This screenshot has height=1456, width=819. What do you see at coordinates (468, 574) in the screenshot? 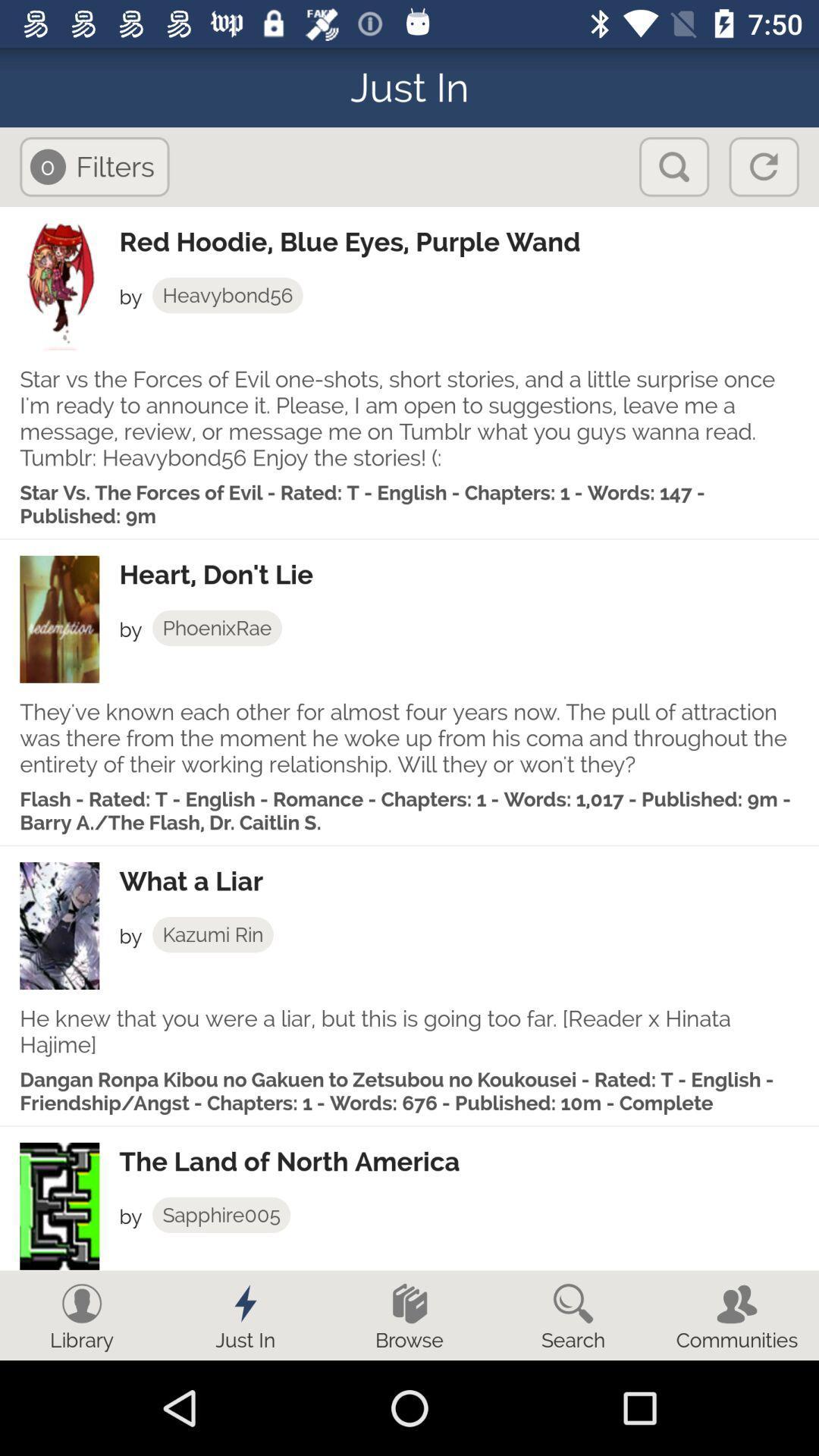
I see `item below the star vs the app` at bounding box center [468, 574].